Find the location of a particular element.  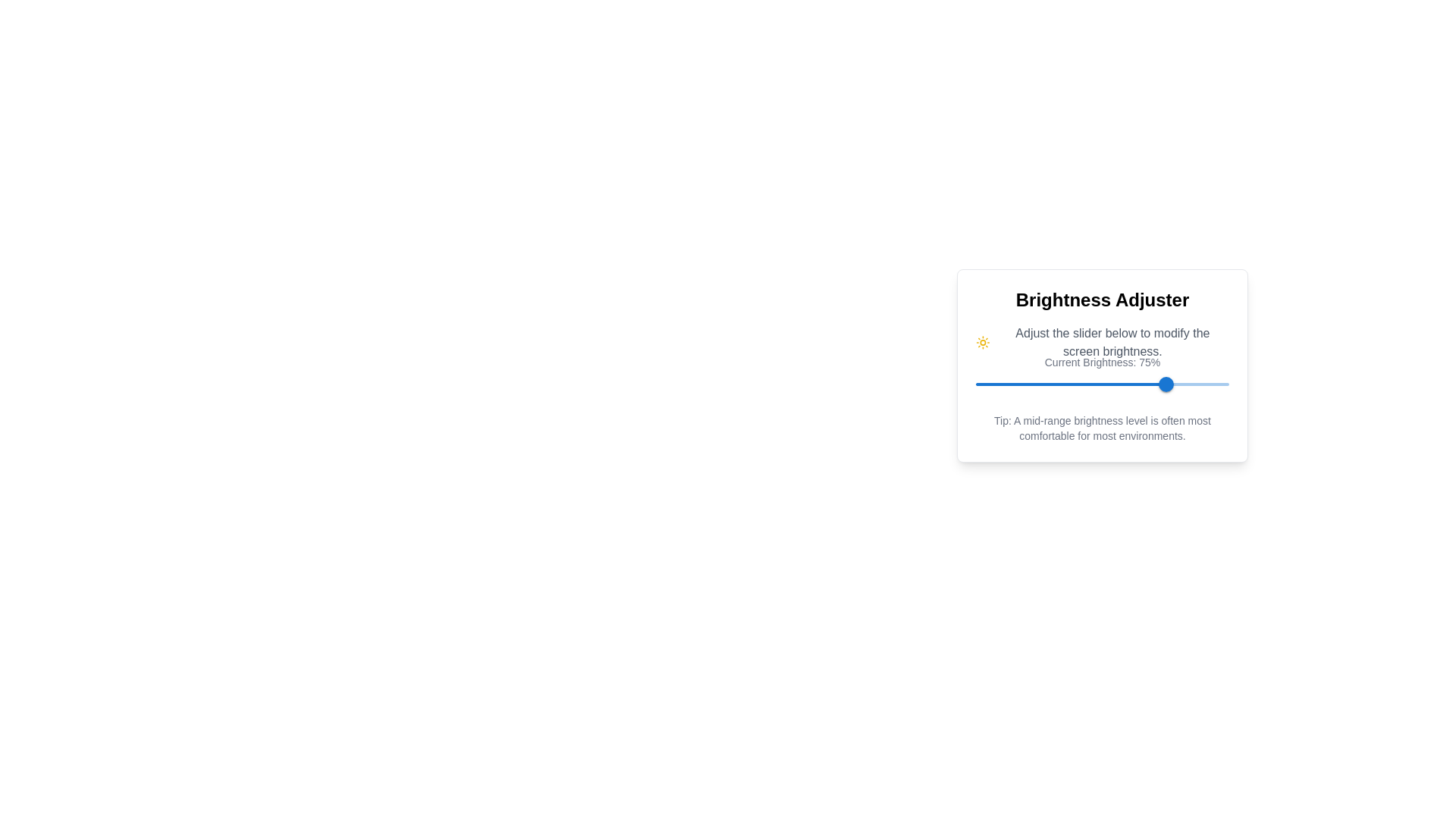

brightness is located at coordinates (1168, 383).